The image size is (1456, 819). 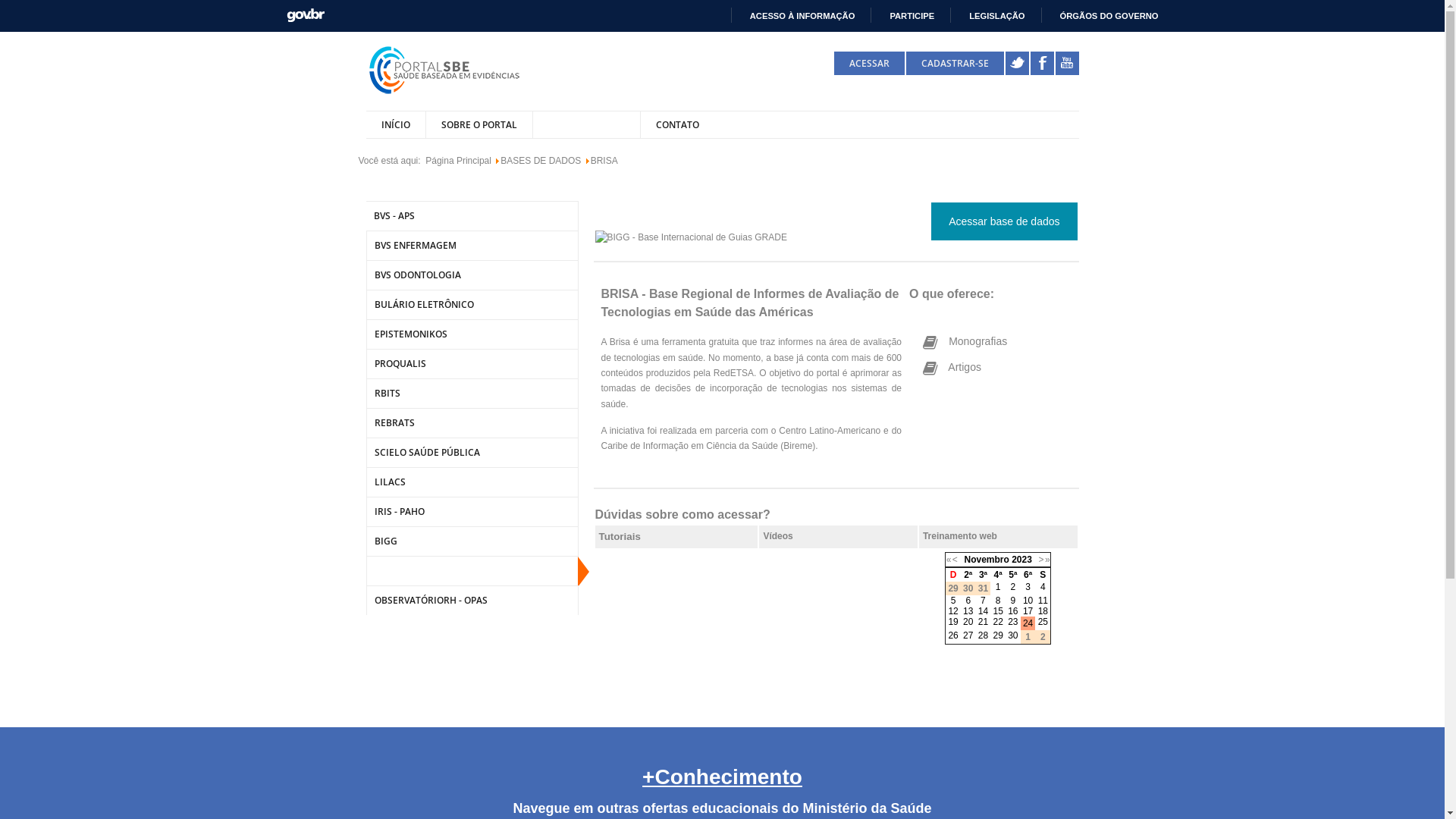 What do you see at coordinates (1004, 221) in the screenshot?
I see `'Acessar base de dados'` at bounding box center [1004, 221].